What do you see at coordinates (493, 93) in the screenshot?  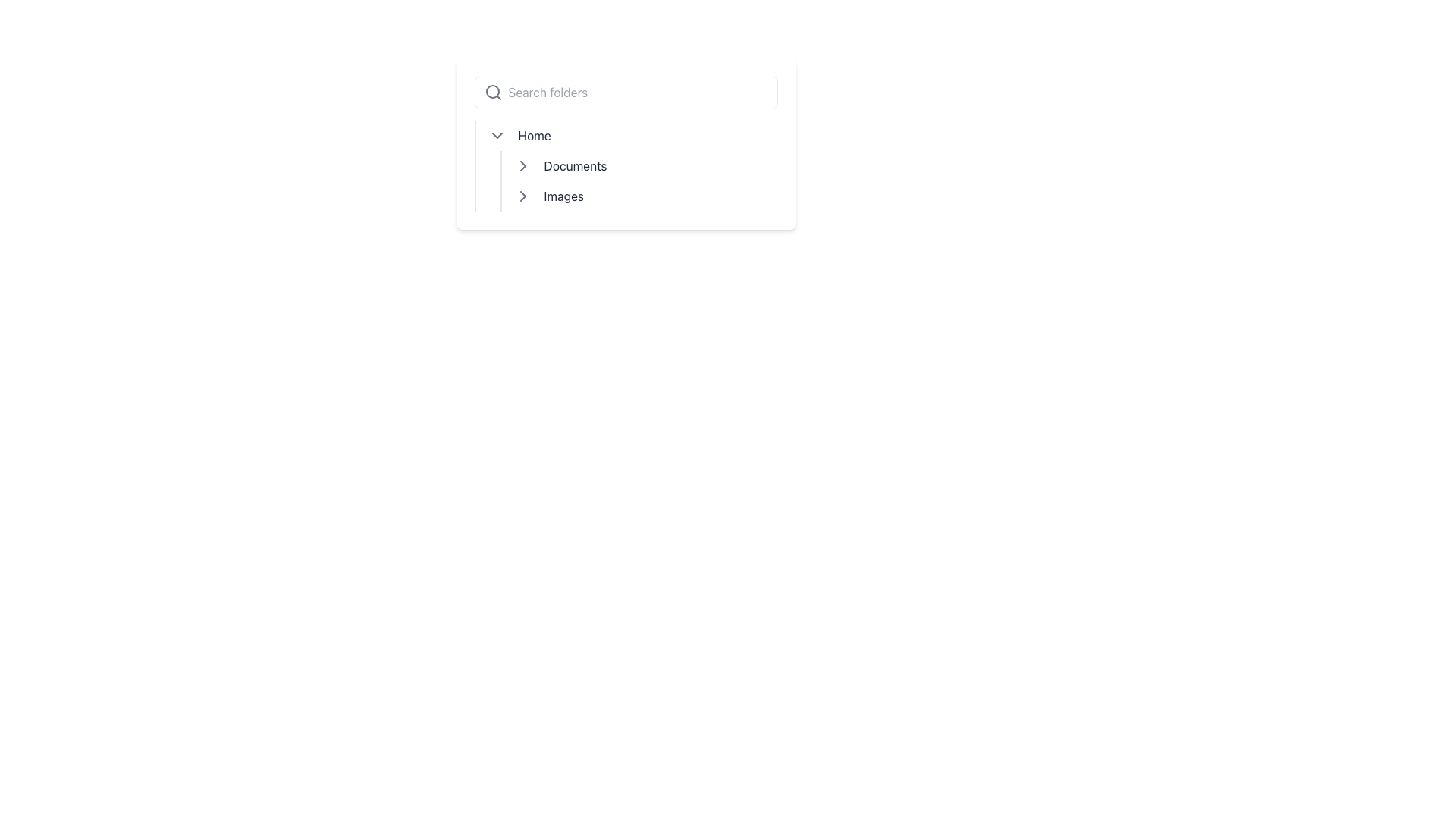 I see `the search icon, represented as a gray magnifying glass, located on the left side of the search bar` at bounding box center [493, 93].